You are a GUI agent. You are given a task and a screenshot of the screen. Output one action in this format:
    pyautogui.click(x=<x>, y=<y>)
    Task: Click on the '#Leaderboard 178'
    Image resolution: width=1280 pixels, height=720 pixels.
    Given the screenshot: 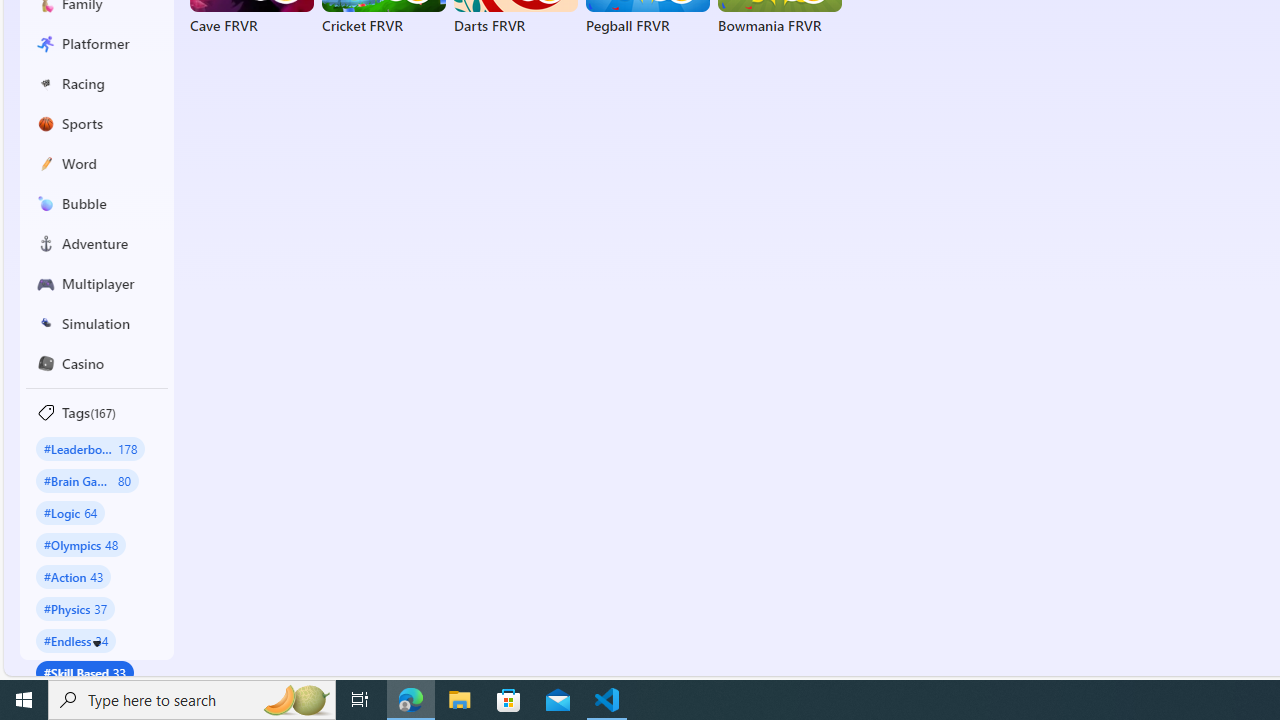 What is the action you would take?
    pyautogui.click(x=89, y=447)
    